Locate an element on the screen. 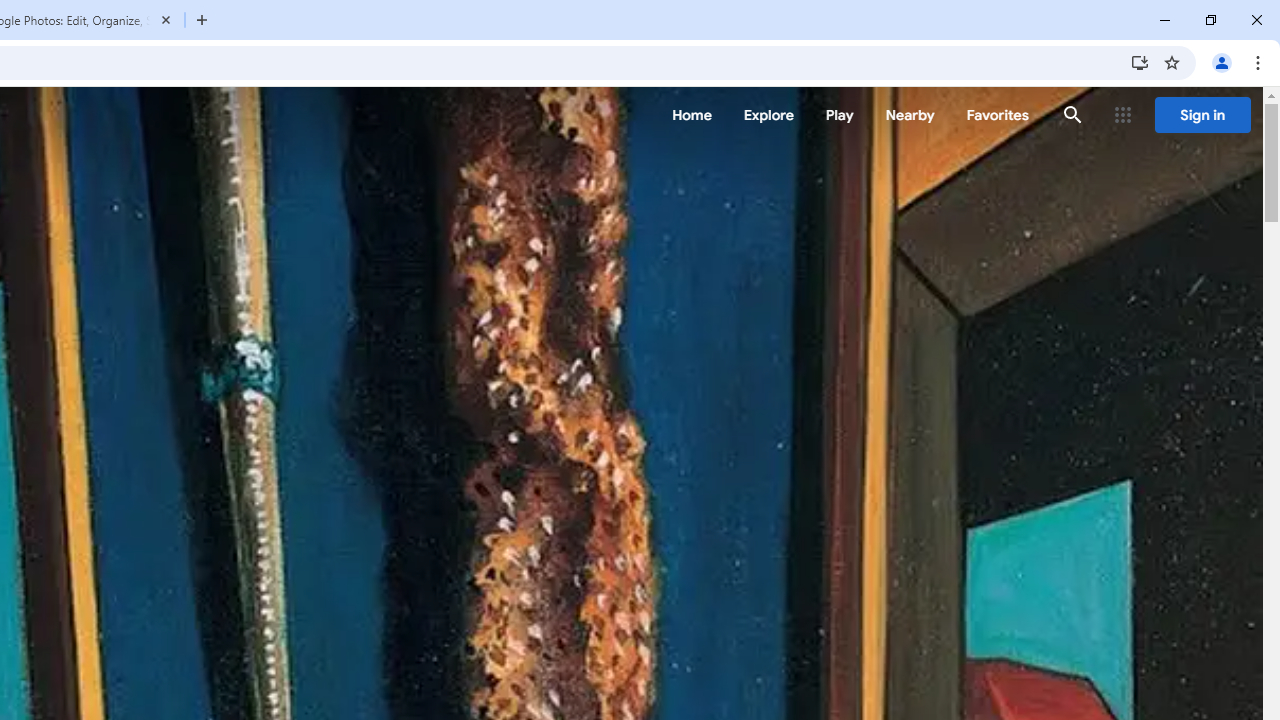 The image size is (1280, 720). 'New Tab' is located at coordinates (202, 20).